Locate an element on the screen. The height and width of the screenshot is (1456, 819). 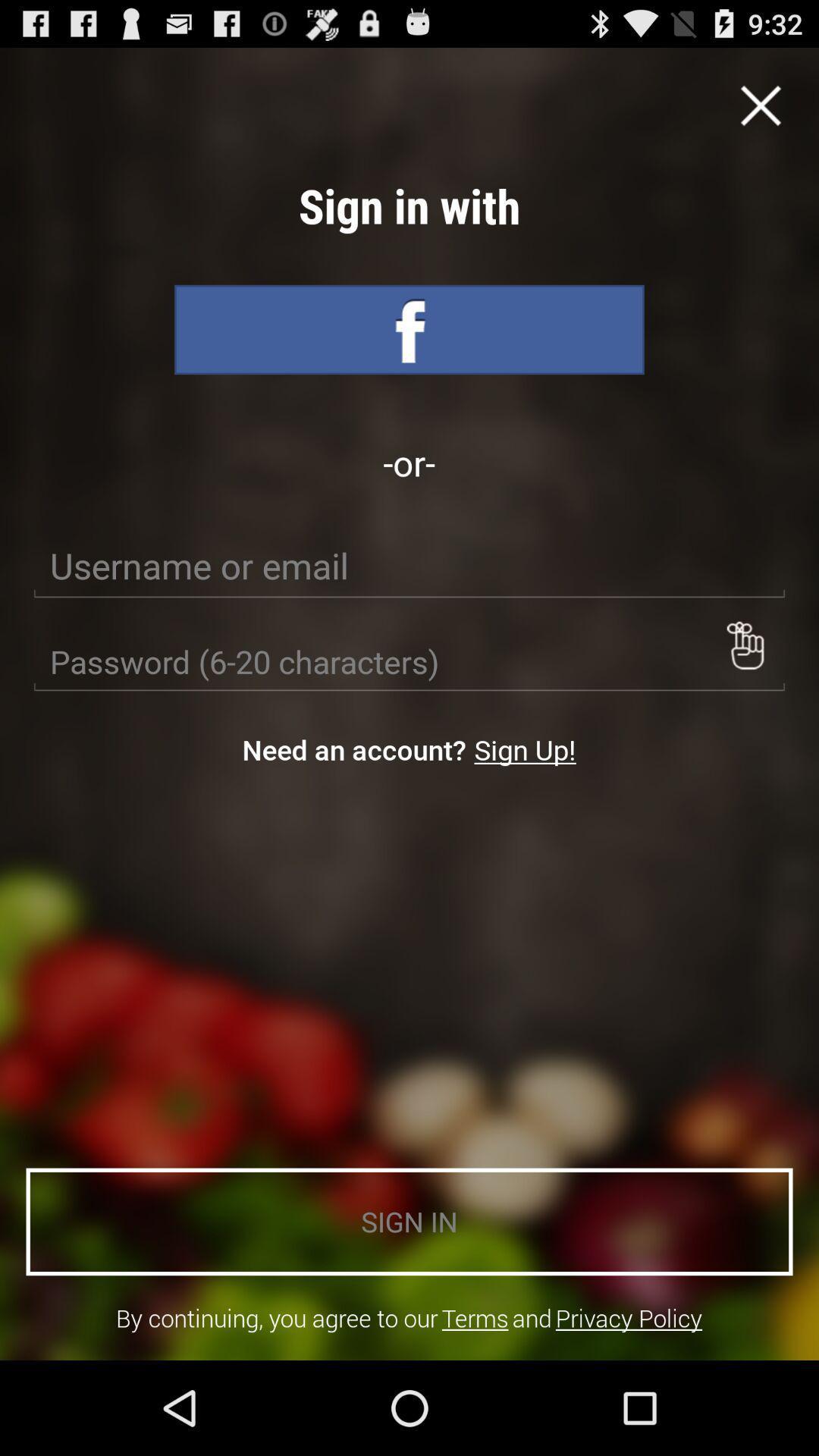
password is located at coordinates (409, 662).